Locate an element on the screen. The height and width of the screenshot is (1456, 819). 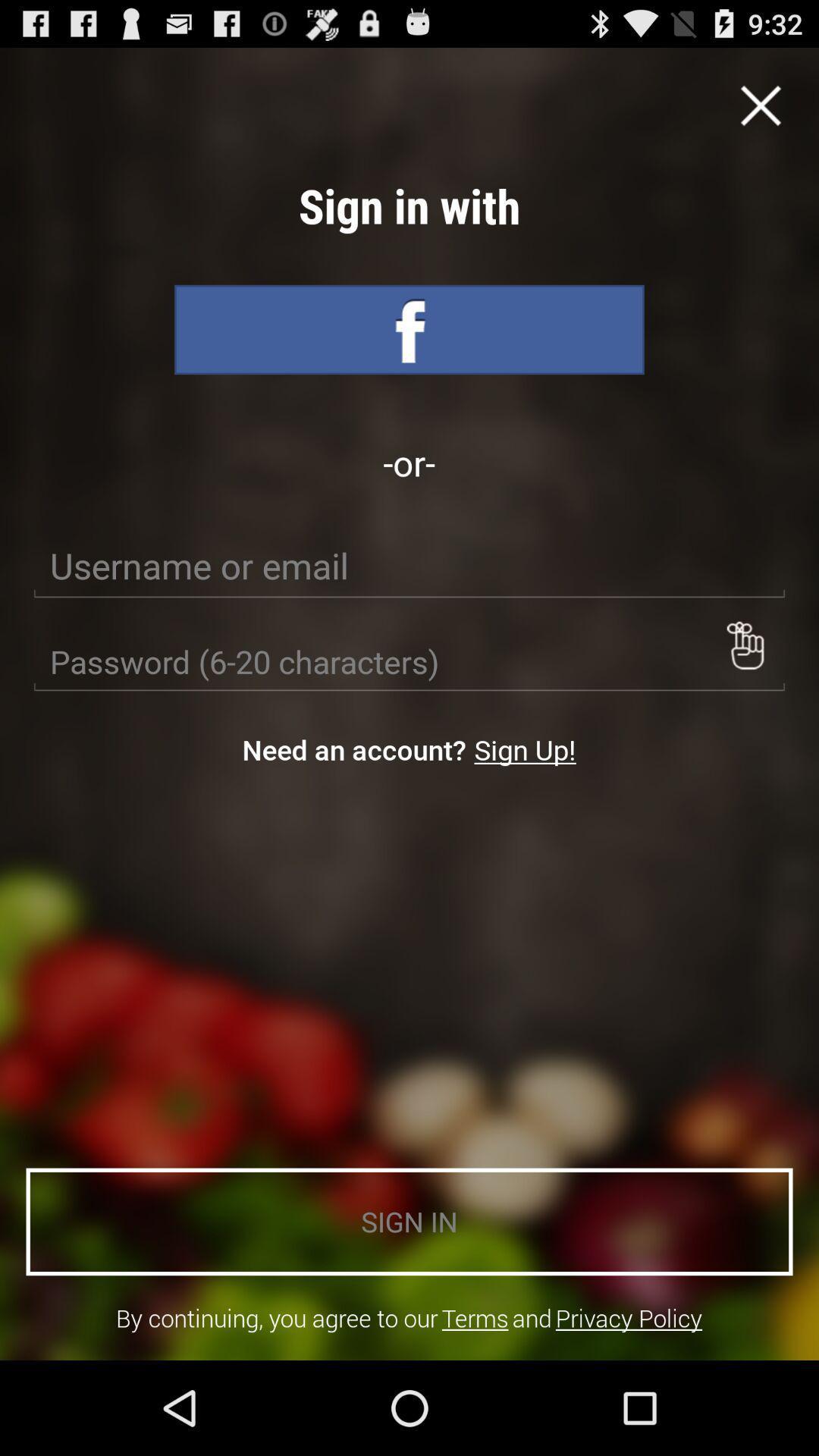
password is located at coordinates (409, 662).